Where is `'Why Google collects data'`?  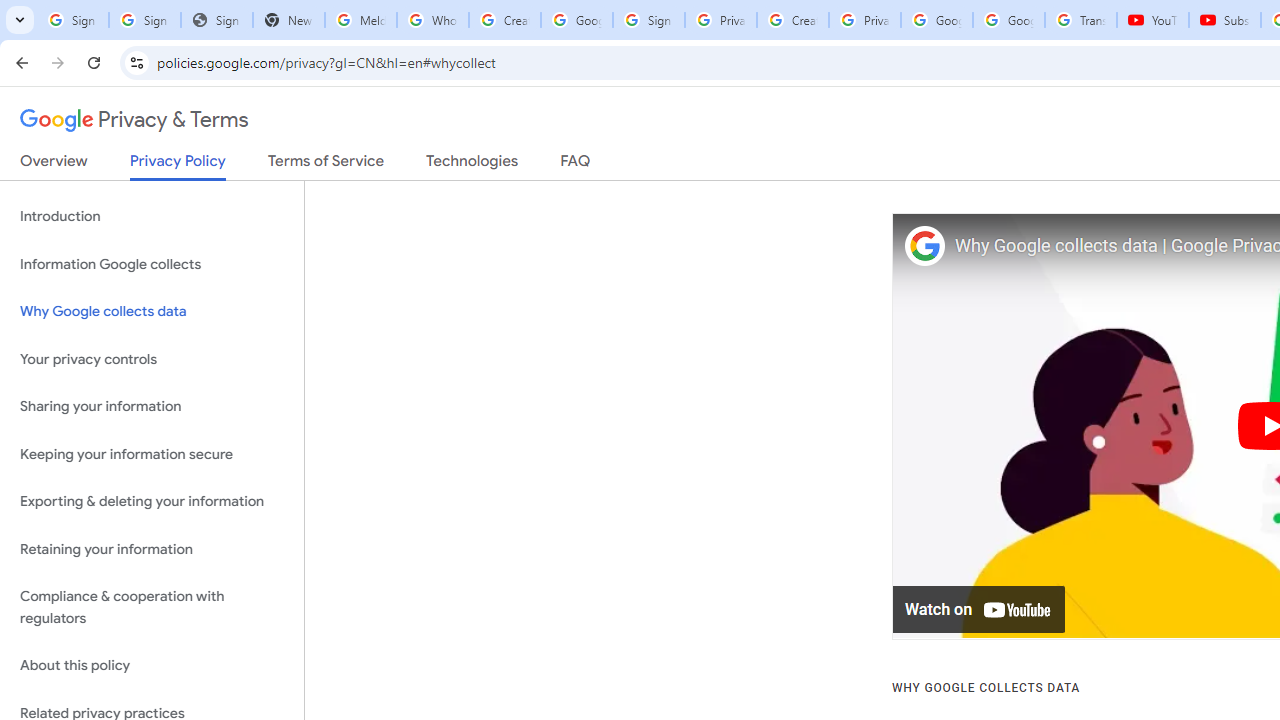 'Why Google collects data' is located at coordinates (151, 312).